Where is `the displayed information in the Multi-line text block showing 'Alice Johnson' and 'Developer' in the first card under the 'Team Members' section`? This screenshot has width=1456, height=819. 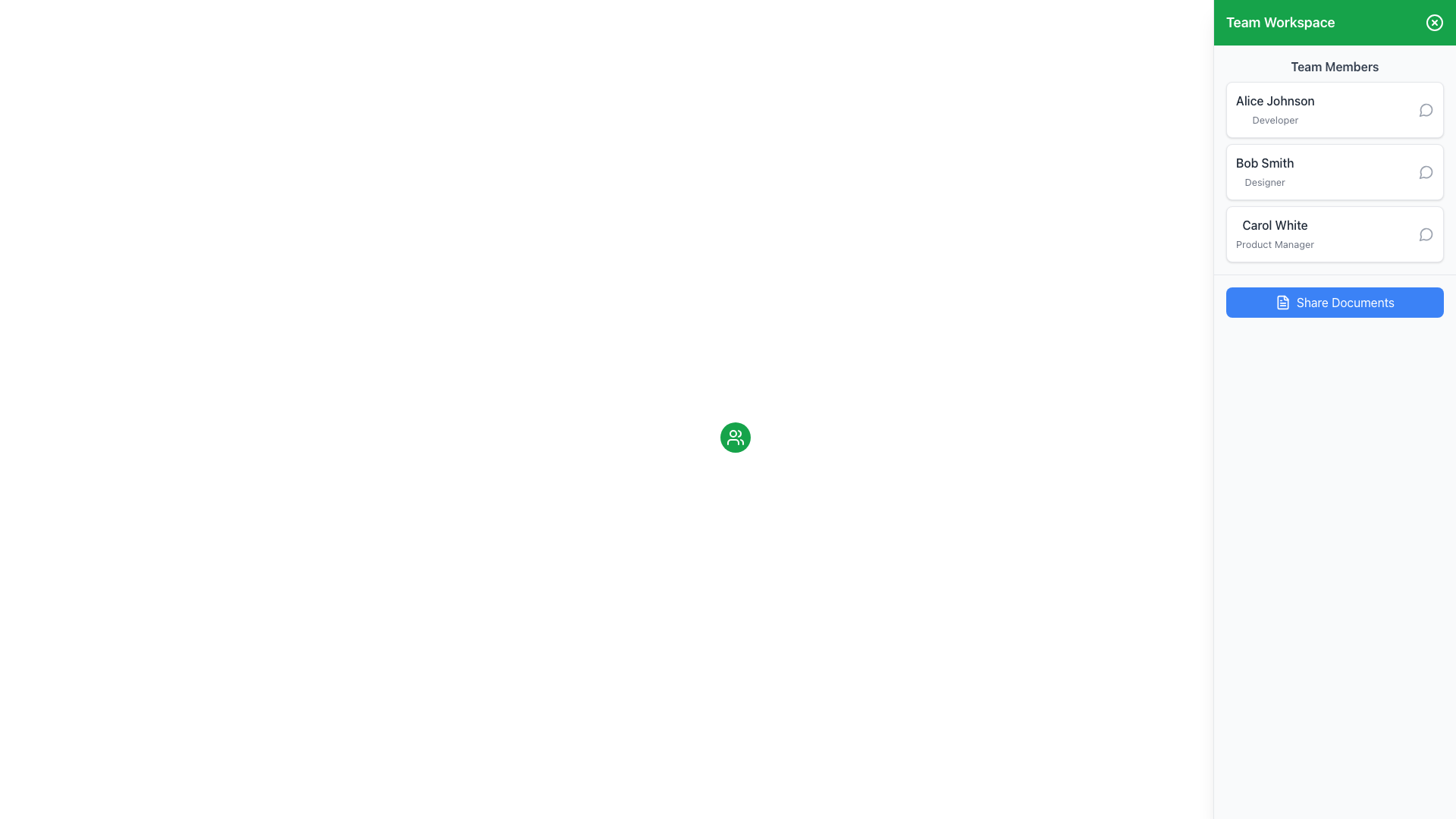 the displayed information in the Multi-line text block showing 'Alice Johnson' and 'Developer' in the first card under the 'Team Members' section is located at coordinates (1274, 109).